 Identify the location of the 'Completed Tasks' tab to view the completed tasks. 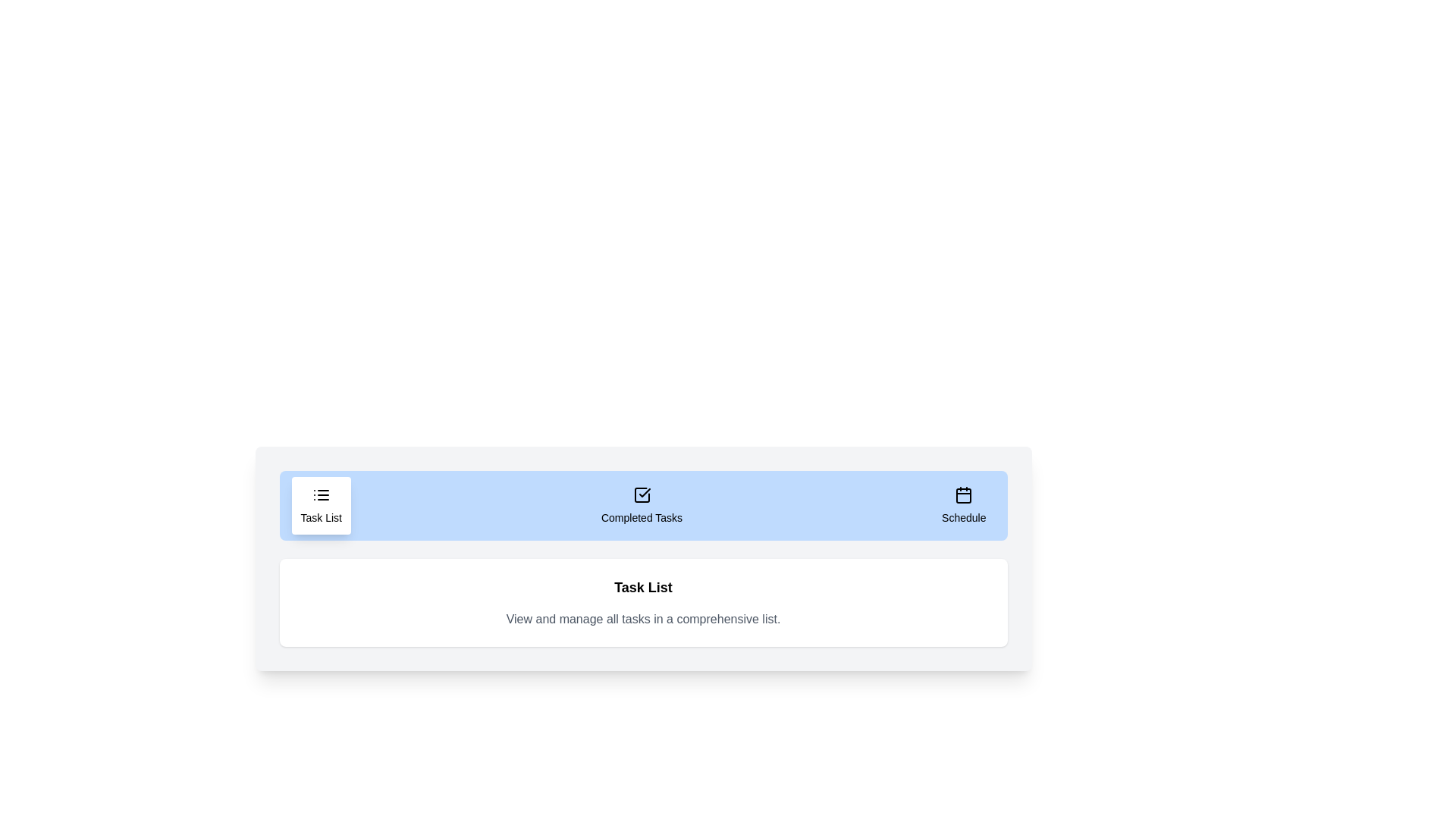
(642, 506).